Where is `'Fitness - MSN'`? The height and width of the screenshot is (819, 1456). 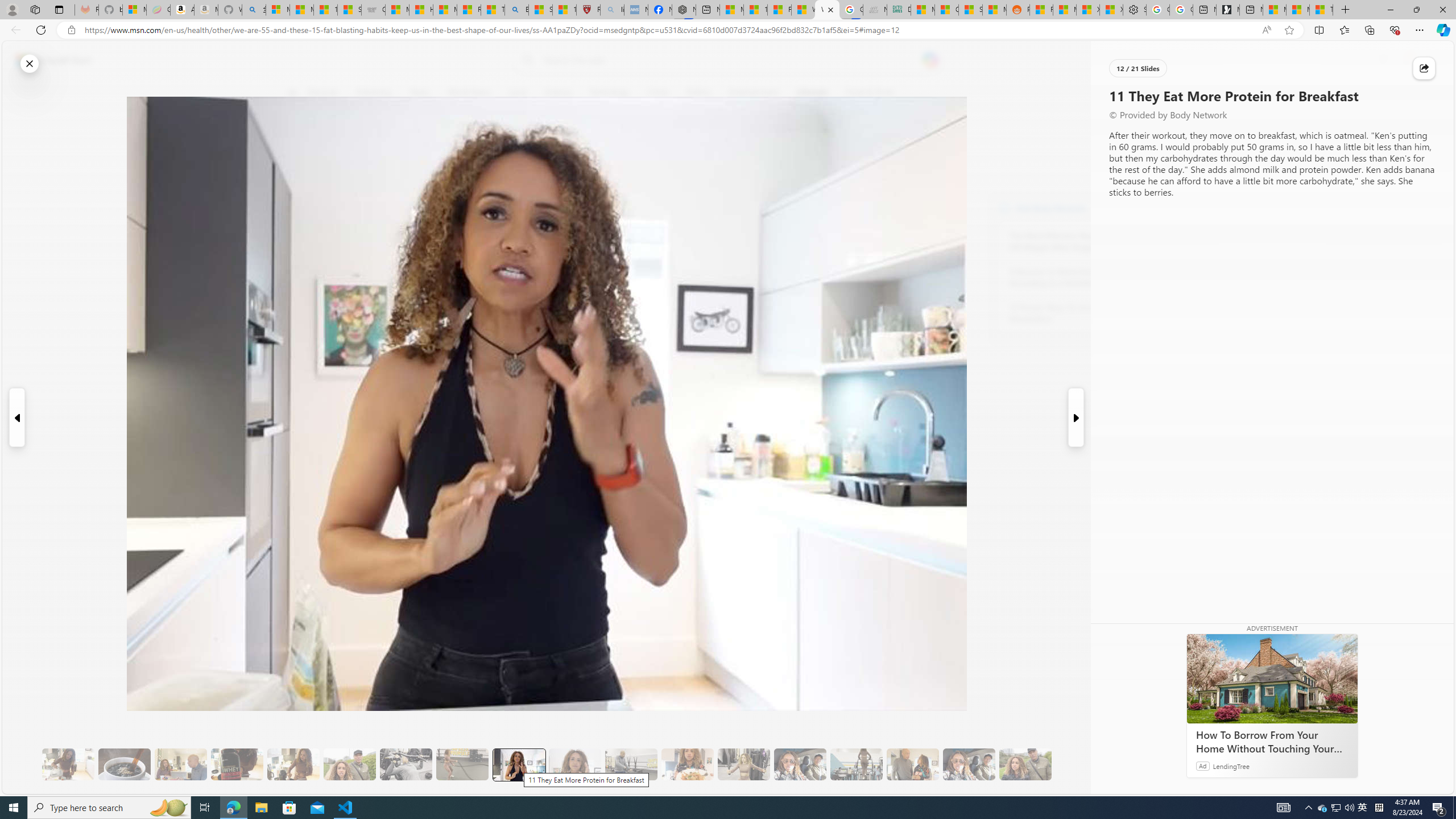
'Fitness - MSN' is located at coordinates (779, 9).